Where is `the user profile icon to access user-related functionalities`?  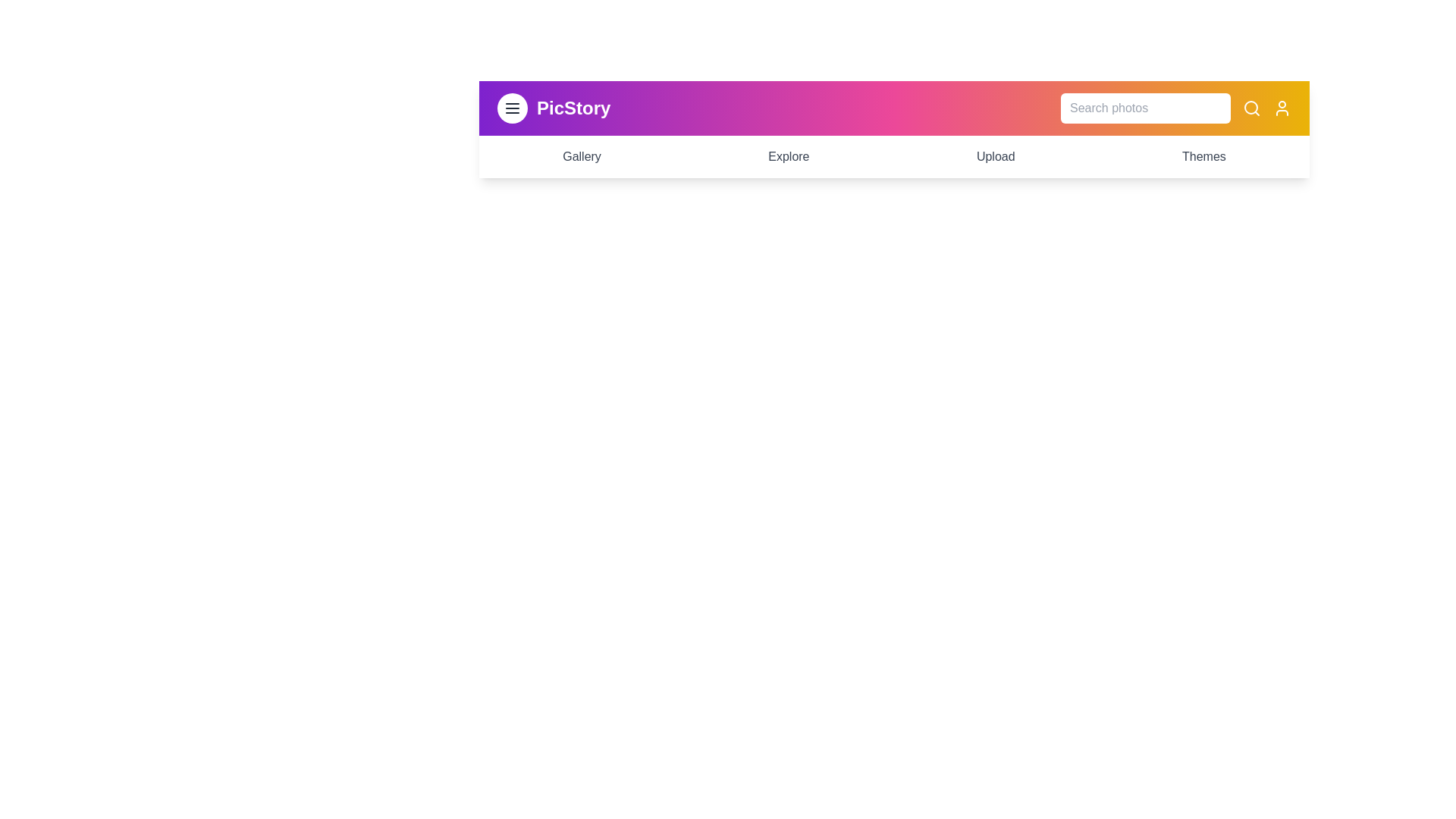
the user profile icon to access user-related functionalities is located at coordinates (1281, 107).